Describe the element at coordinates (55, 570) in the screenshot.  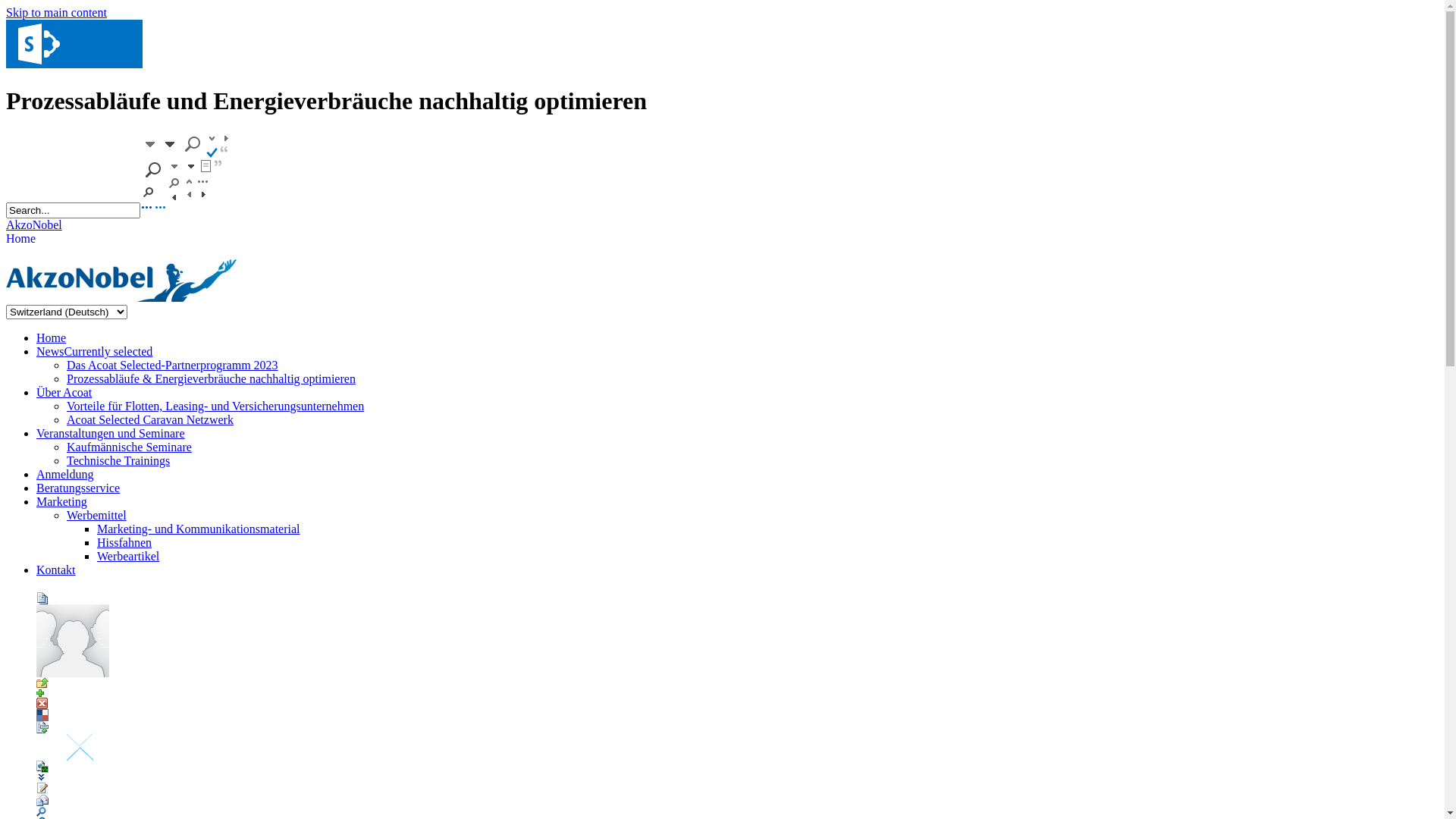
I see `'Kontakt'` at that location.